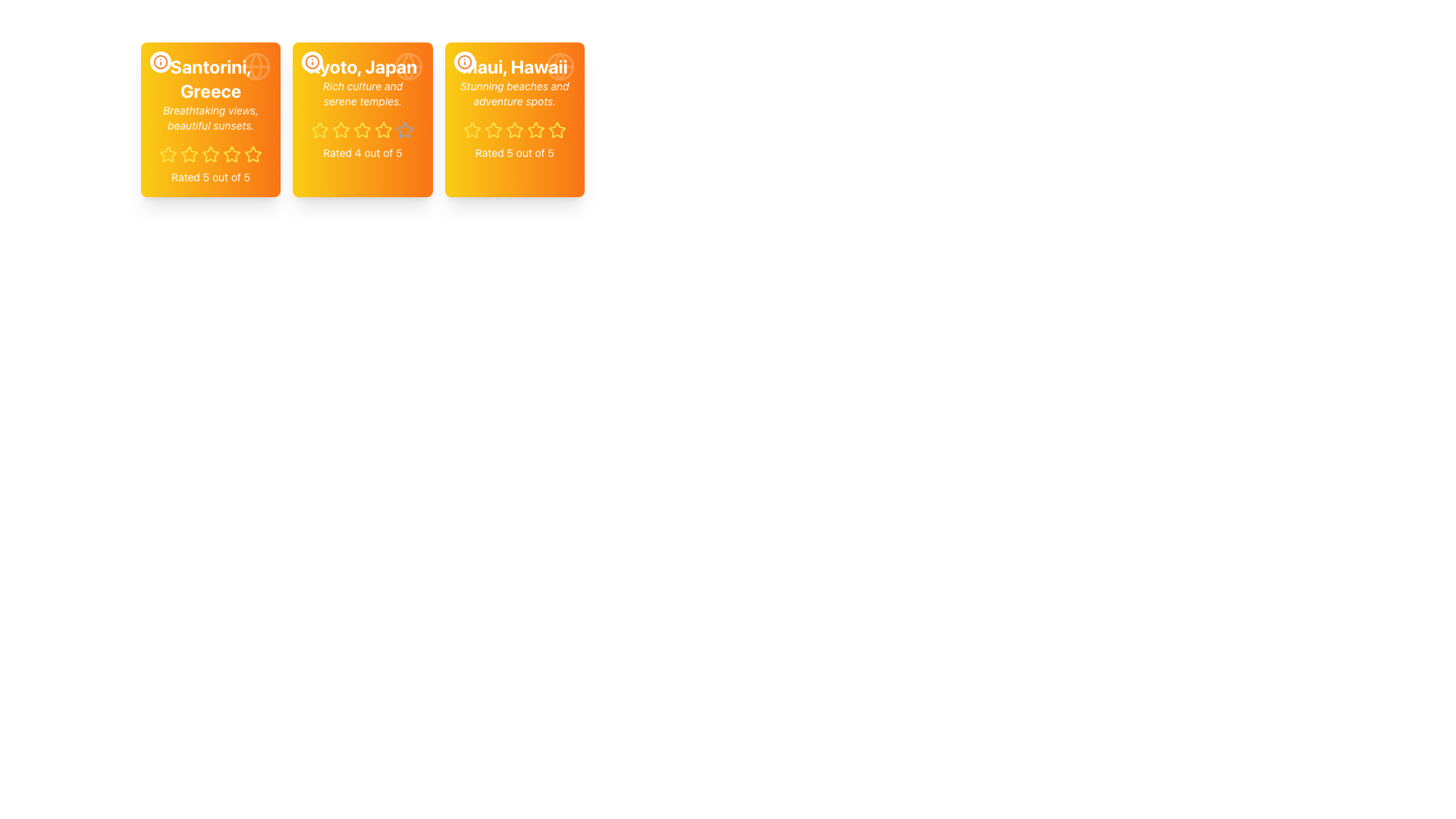 This screenshot has width=1456, height=819. What do you see at coordinates (340, 130) in the screenshot?
I see `the third rating star icon (filled yellow star) in the rating component of the middle card for 'Kyoto, Japan'` at bounding box center [340, 130].